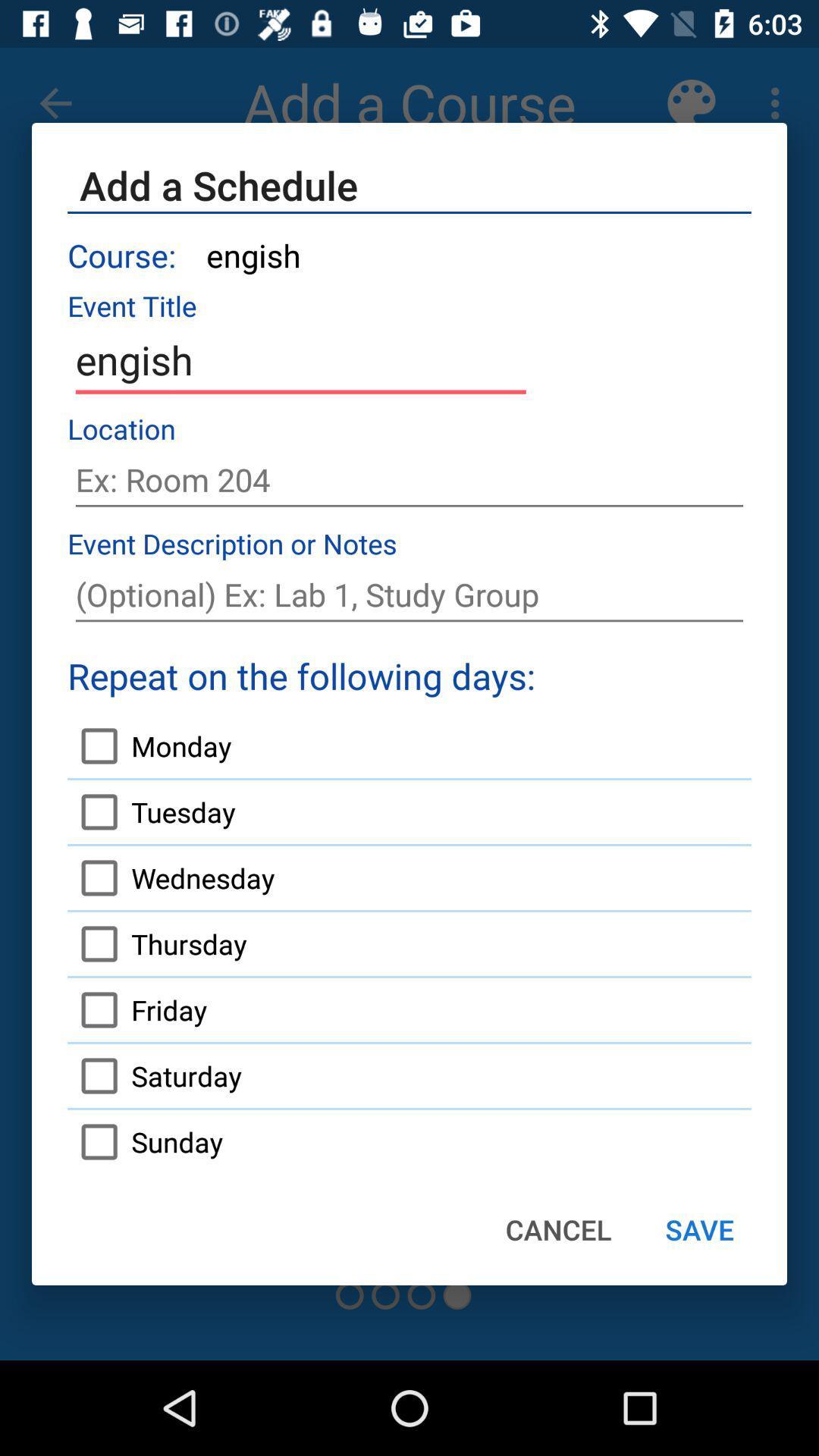 This screenshot has width=819, height=1456. Describe the element at coordinates (558, 1229) in the screenshot. I see `the item next to the sunday` at that location.